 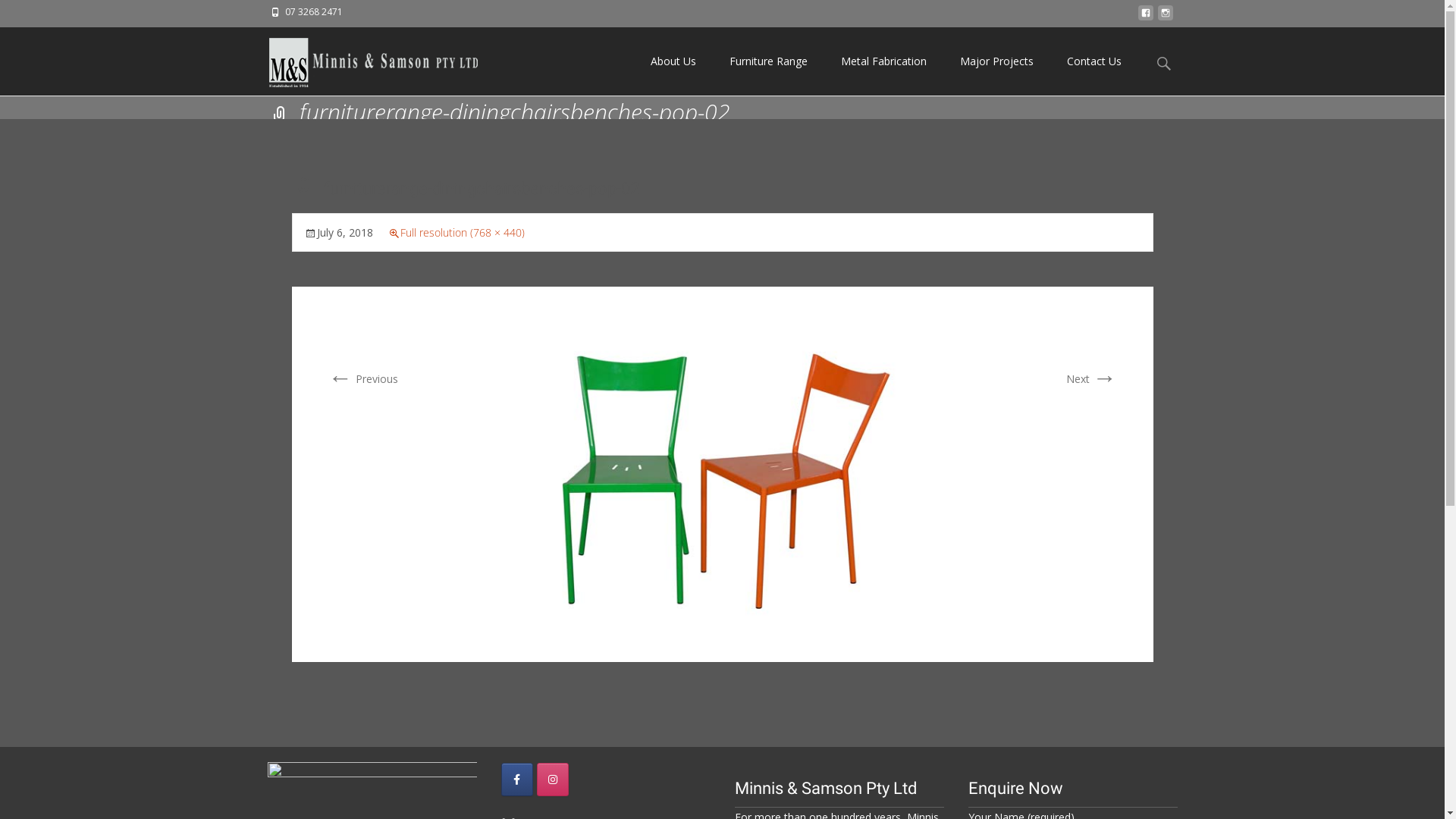 I want to click on 'About Us', so click(x=673, y=61).